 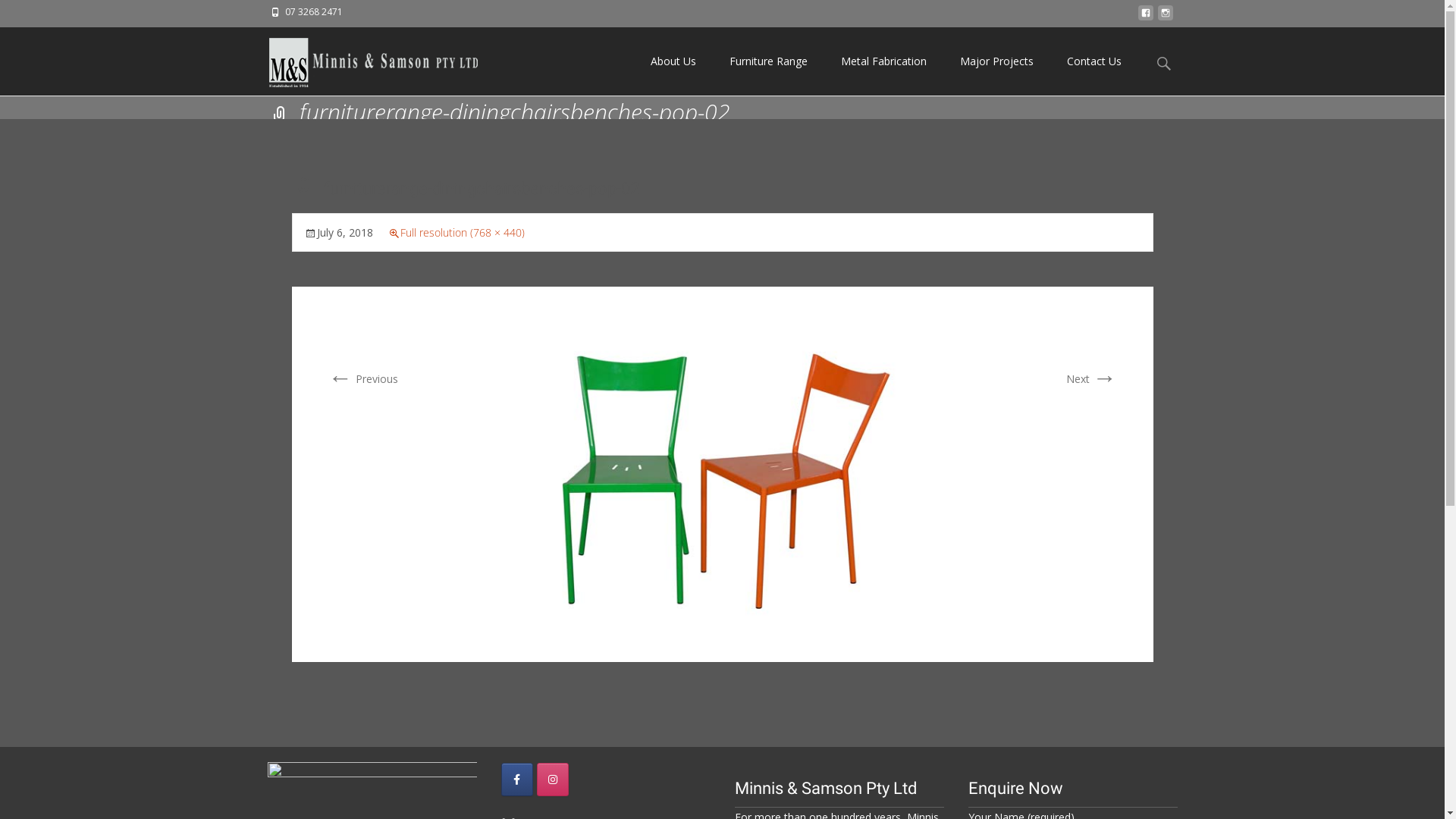 I want to click on 'About Us', so click(x=673, y=61).